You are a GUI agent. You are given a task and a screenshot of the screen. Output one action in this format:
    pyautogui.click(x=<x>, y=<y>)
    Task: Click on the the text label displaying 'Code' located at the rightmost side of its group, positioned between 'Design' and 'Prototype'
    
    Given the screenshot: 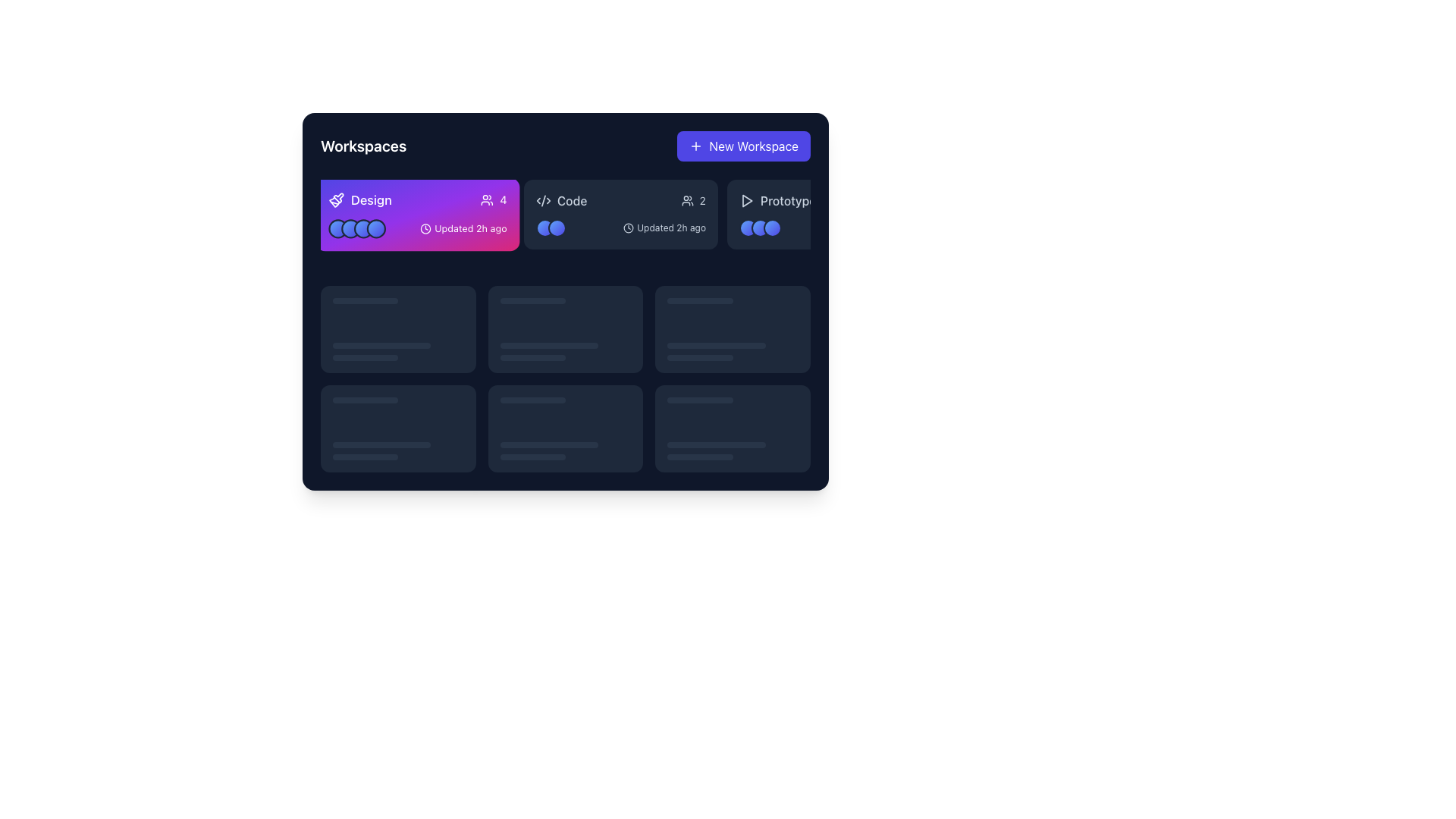 What is the action you would take?
    pyautogui.click(x=571, y=200)
    